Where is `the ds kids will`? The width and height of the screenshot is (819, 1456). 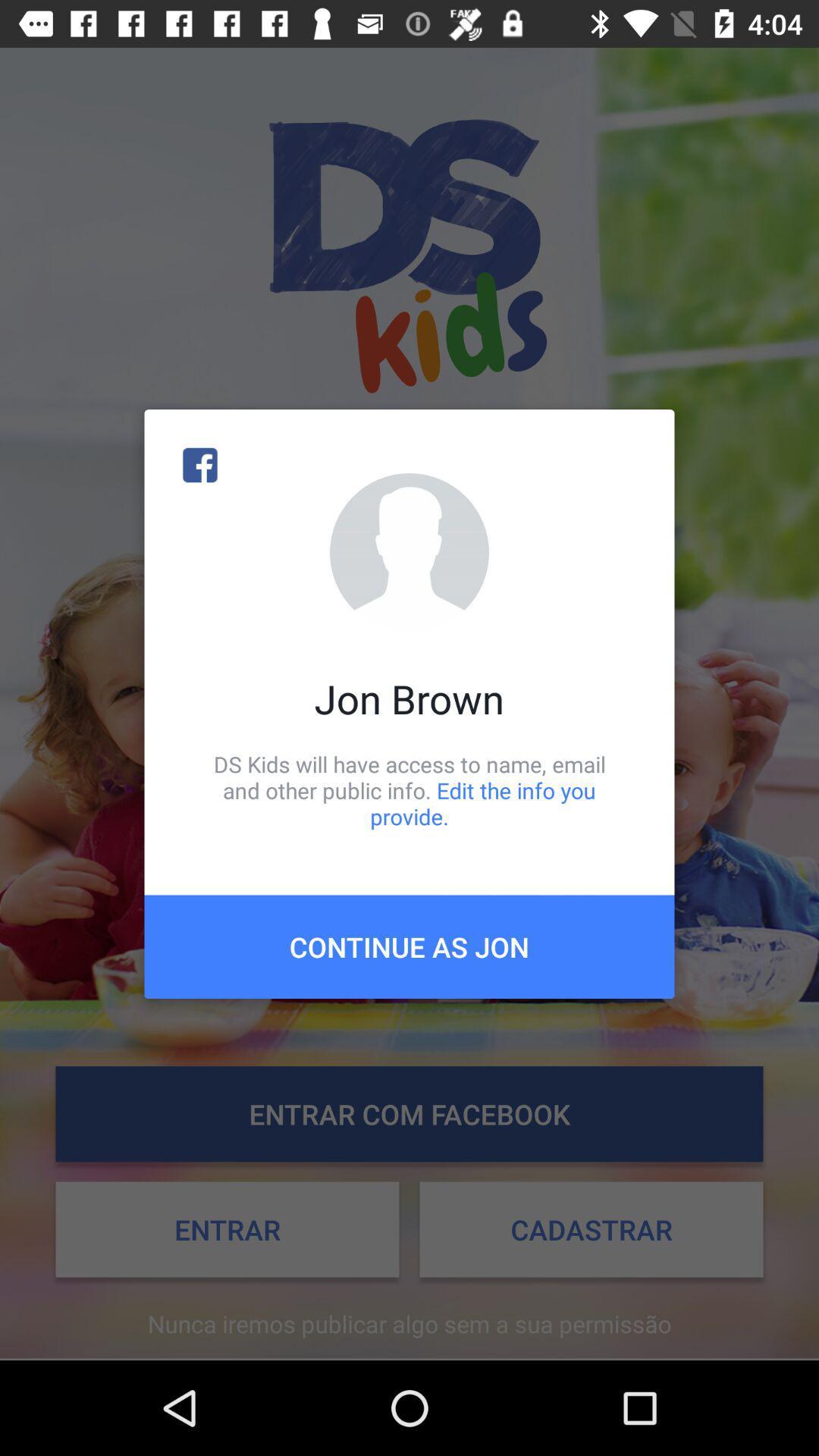
the ds kids will is located at coordinates (409, 789).